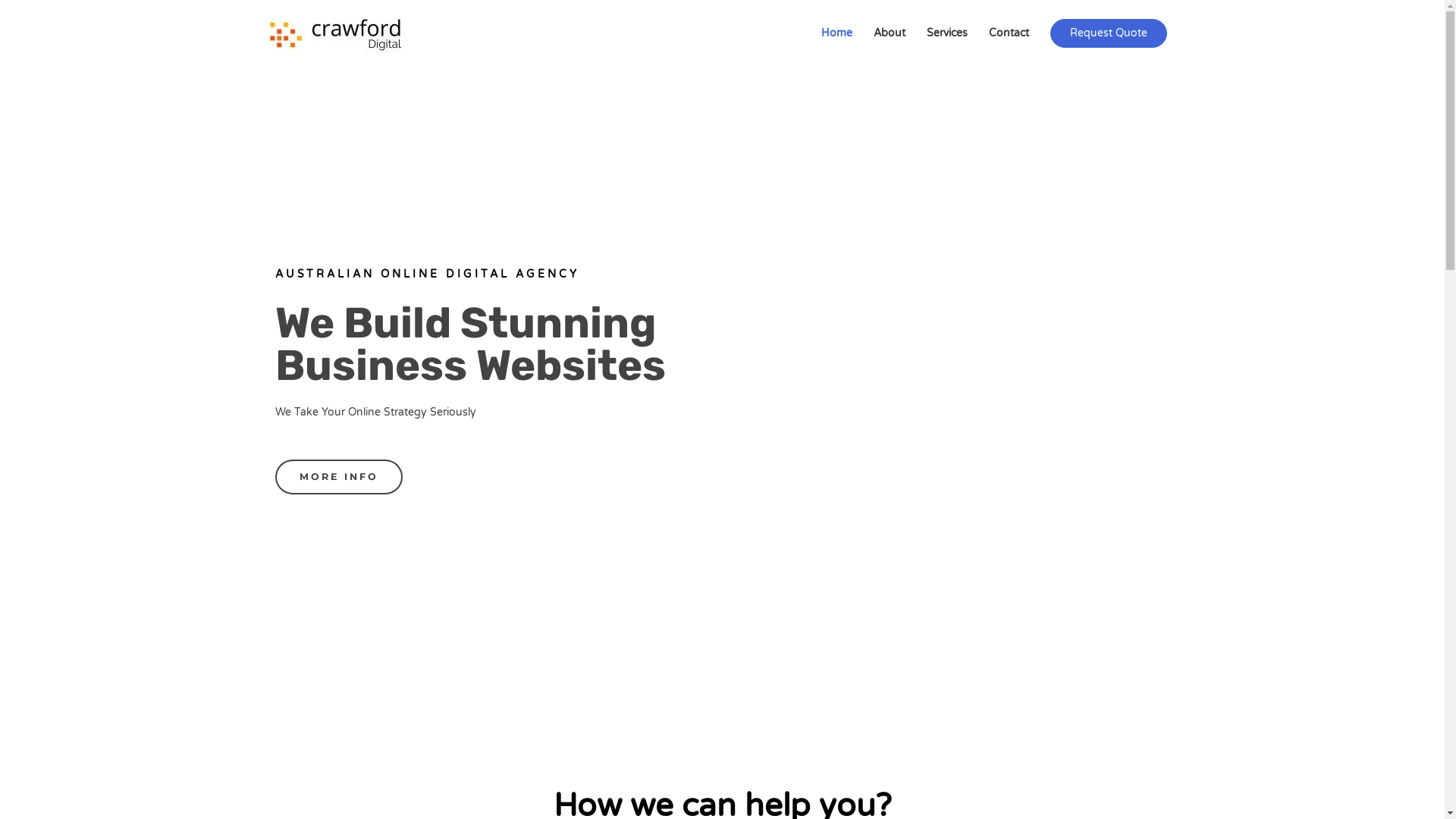  Describe the element at coordinates (835, 33) in the screenshot. I see `'Home'` at that location.